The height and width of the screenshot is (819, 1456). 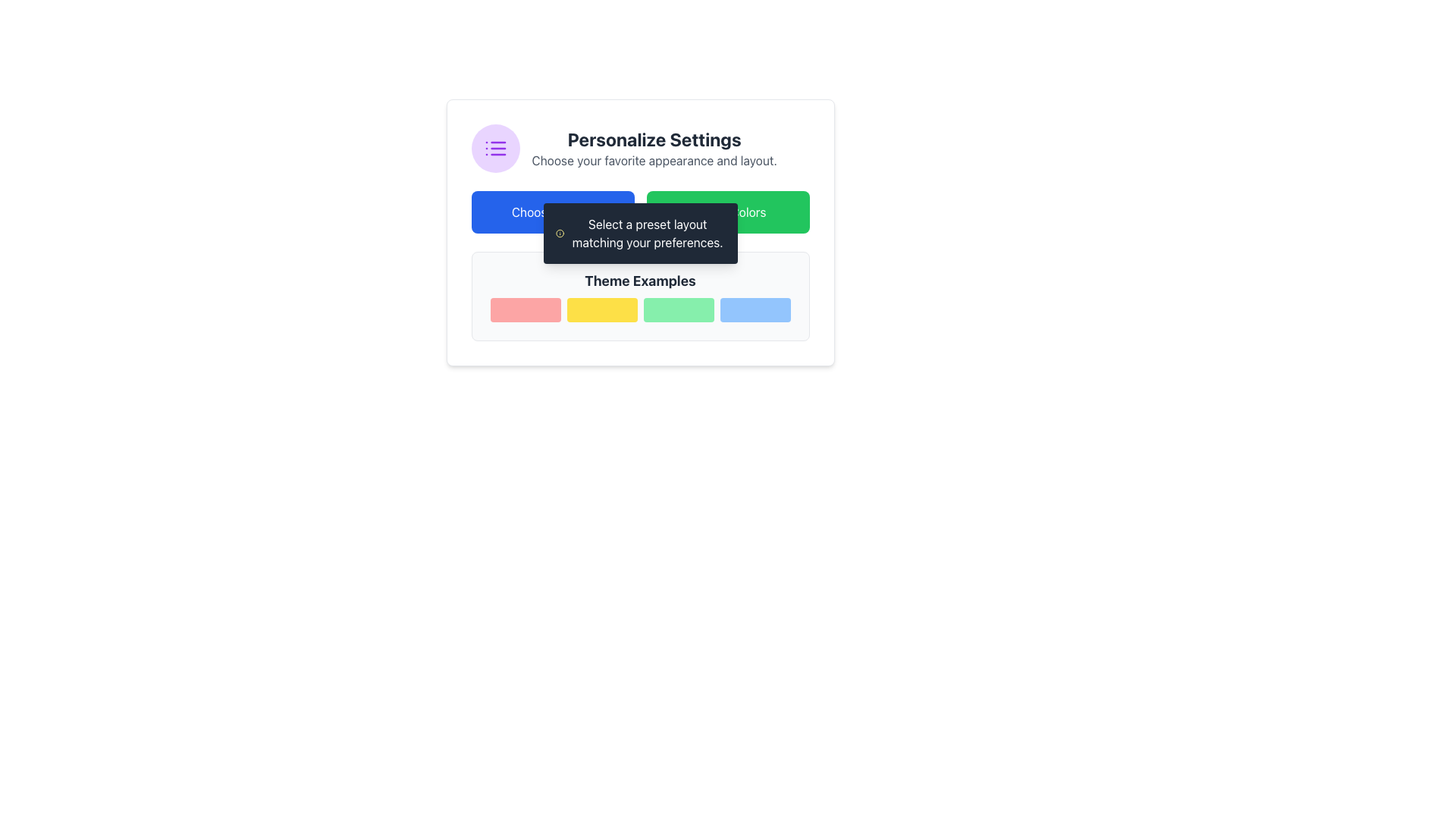 I want to click on the text element displaying 'Choose your favorite appearance and layout.' which is located below the 'Personalize Settings' heading, so click(x=654, y=161).